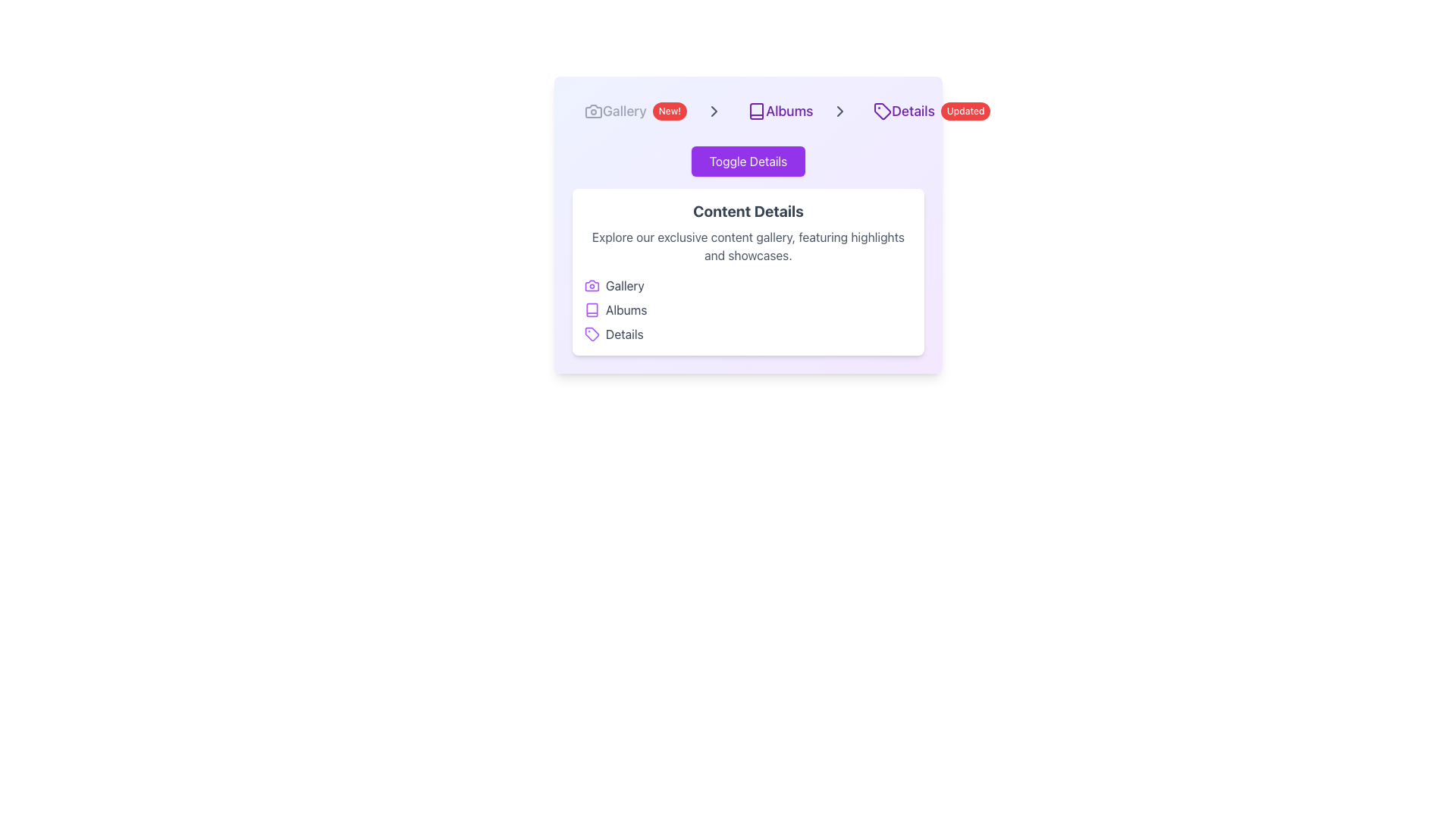 The width and height of the screenshot is (1456, 819). I want to click on the label indicating that the 'Gallery' section is new or has updated content, which is positioned immediately to the right of the 'Gallery' text in the navigation header, so click(669, 110).